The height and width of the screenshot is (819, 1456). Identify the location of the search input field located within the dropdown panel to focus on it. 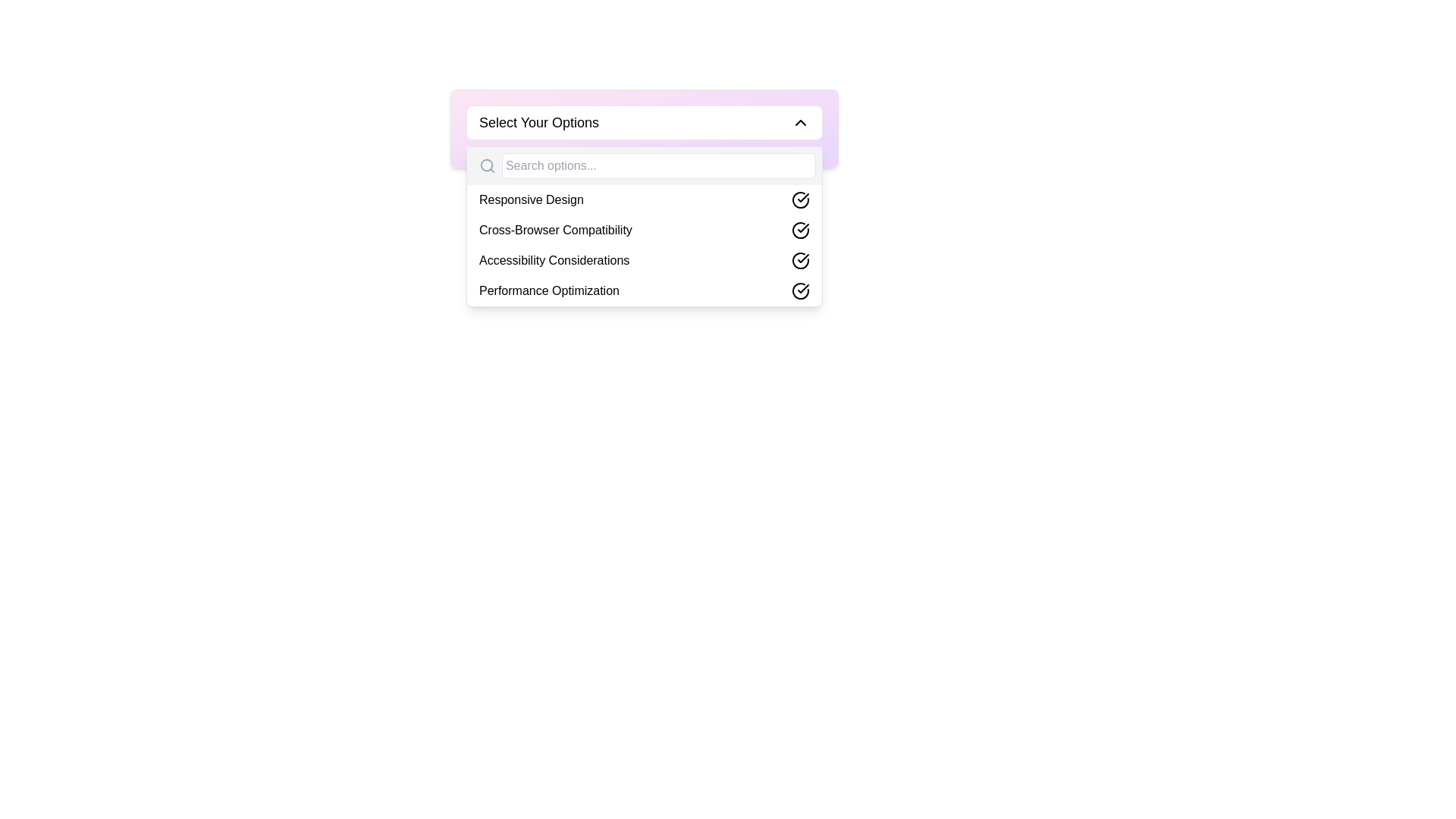
(644, 166).